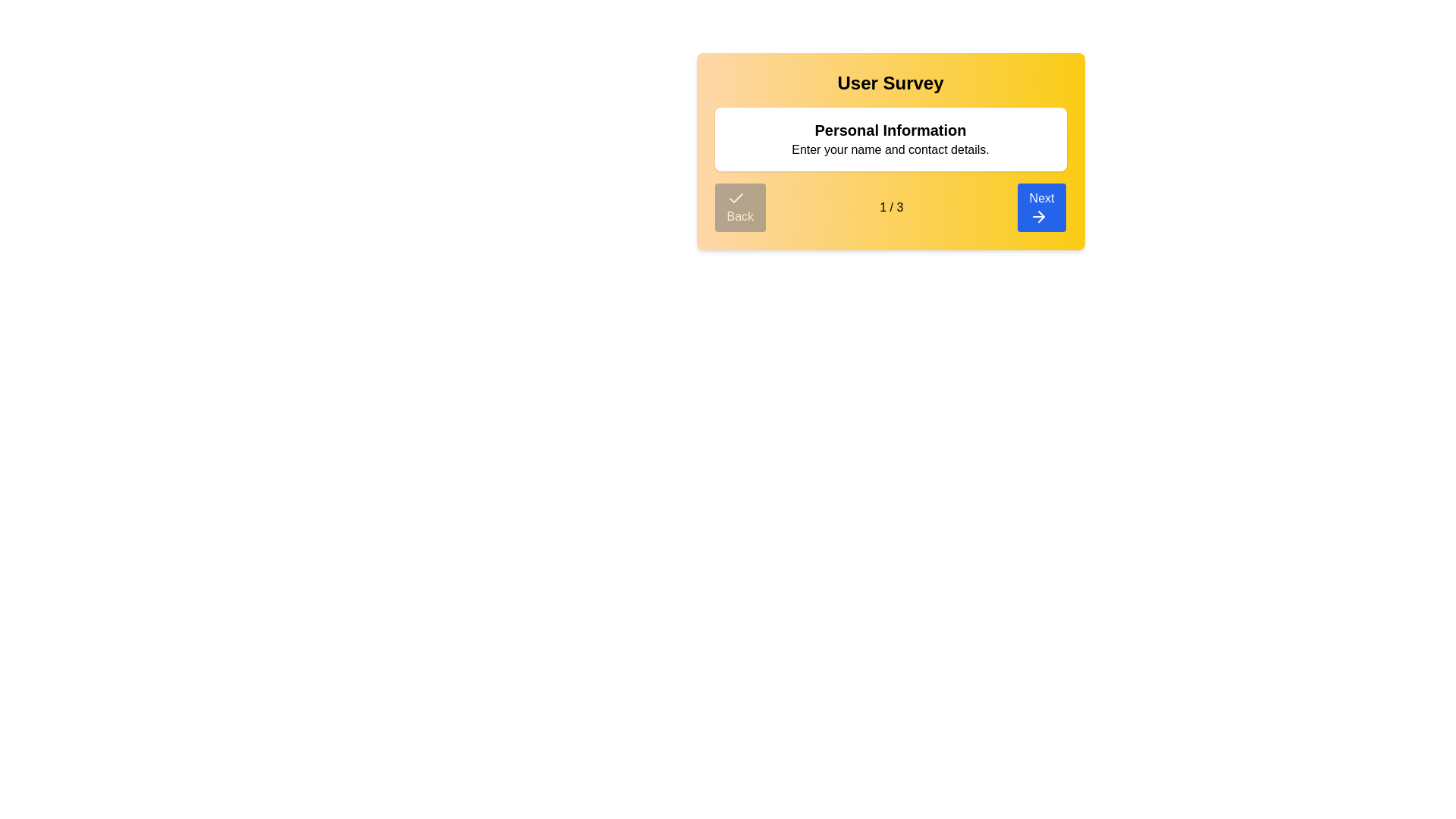  Describe the element at coordinates (1040, 207) in the screenshot. I see `the 'Next' button to navigate to the next step` at that location.